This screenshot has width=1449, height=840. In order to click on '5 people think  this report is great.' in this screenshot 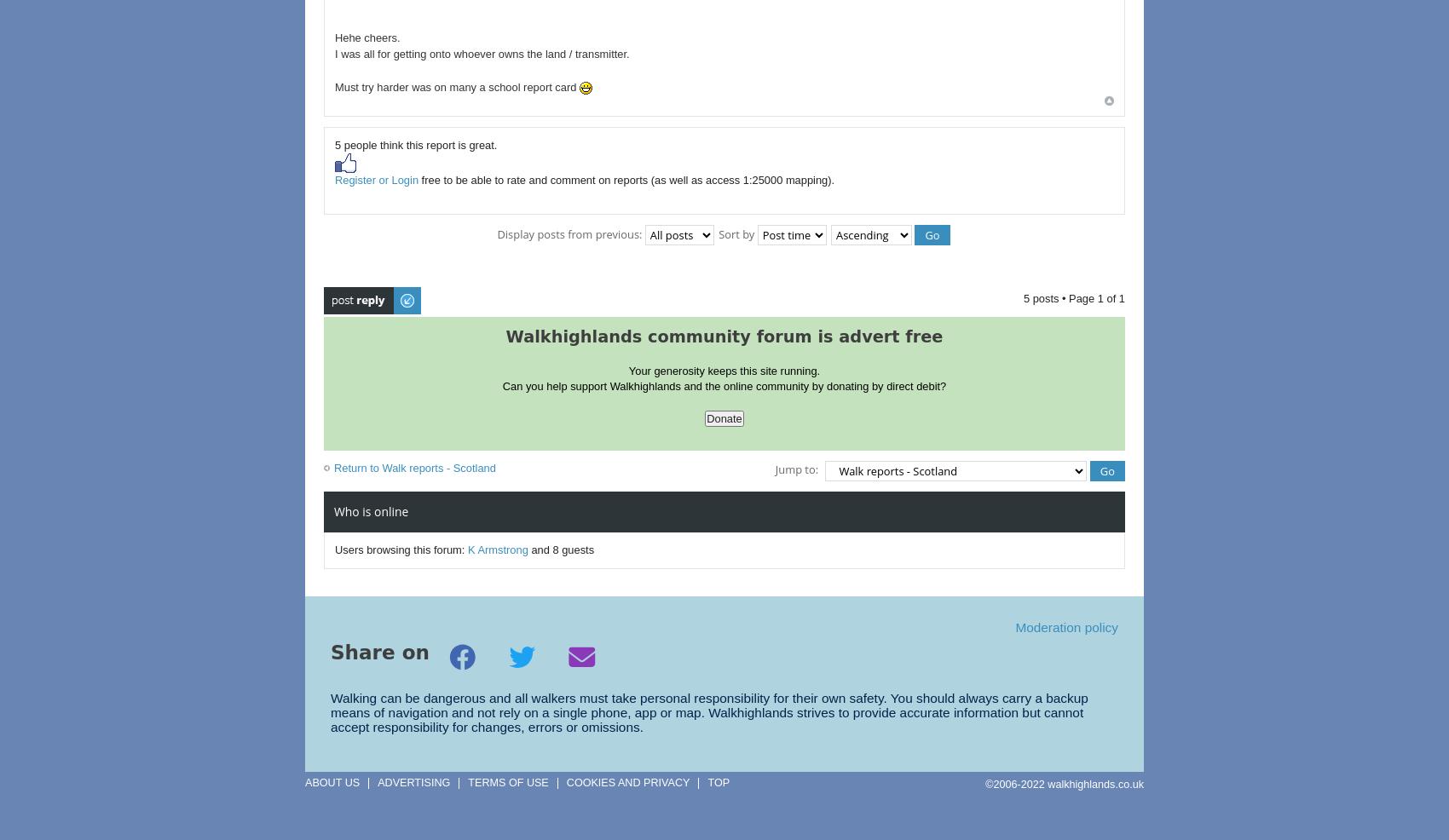, I will do `click(416, 144)`.